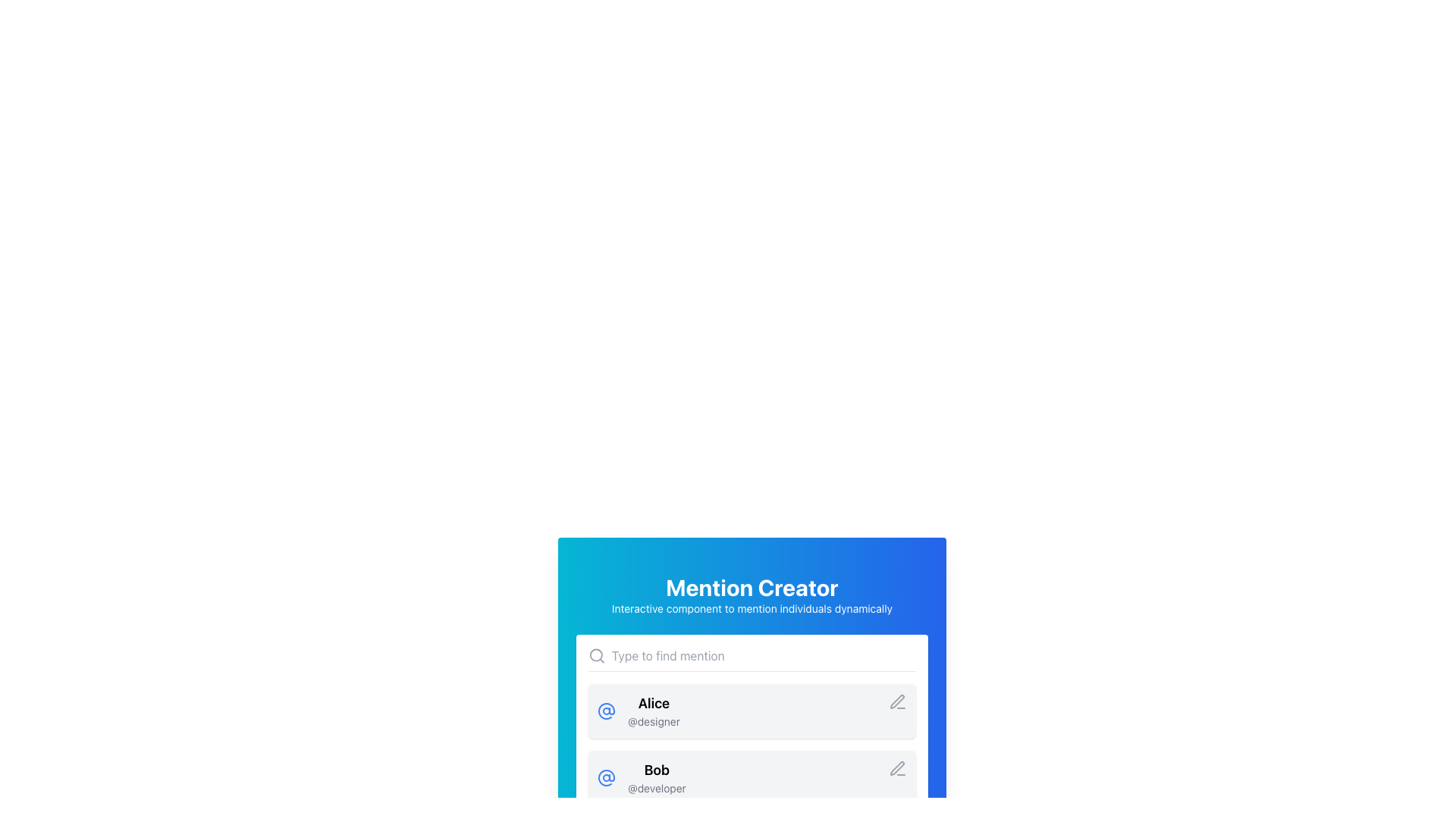 The width and height of the screenshot is (1456, 819). Describe the element at coordinates (639, 711) in the screenshot. I see `the User Mention Card for 'Alice' which contains an '@' icon in blue, bold 'Alice' text, and smaller '@designer' text` at that location.